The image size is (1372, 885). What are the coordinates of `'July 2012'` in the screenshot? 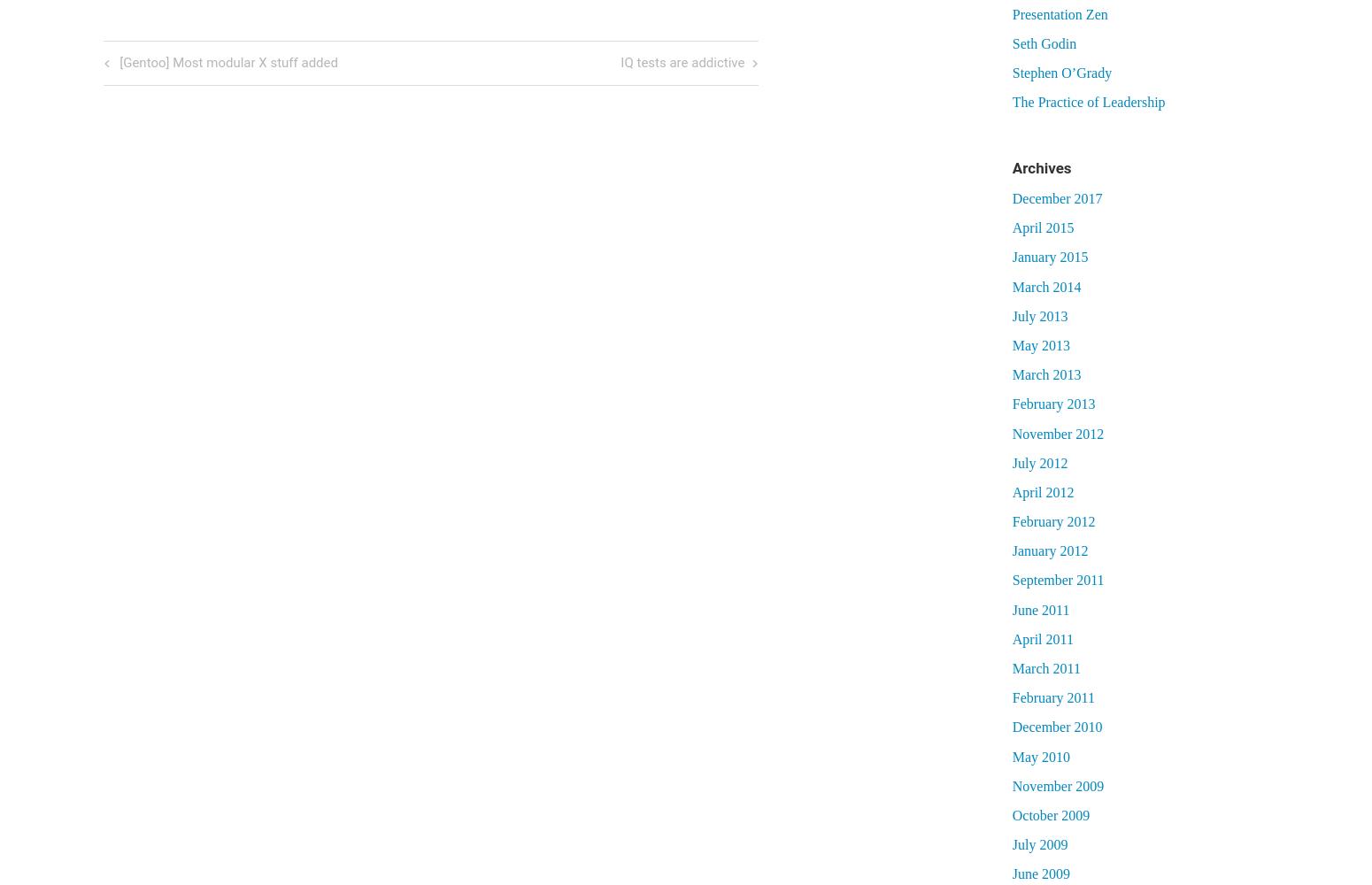 It's located at (1039, 462).